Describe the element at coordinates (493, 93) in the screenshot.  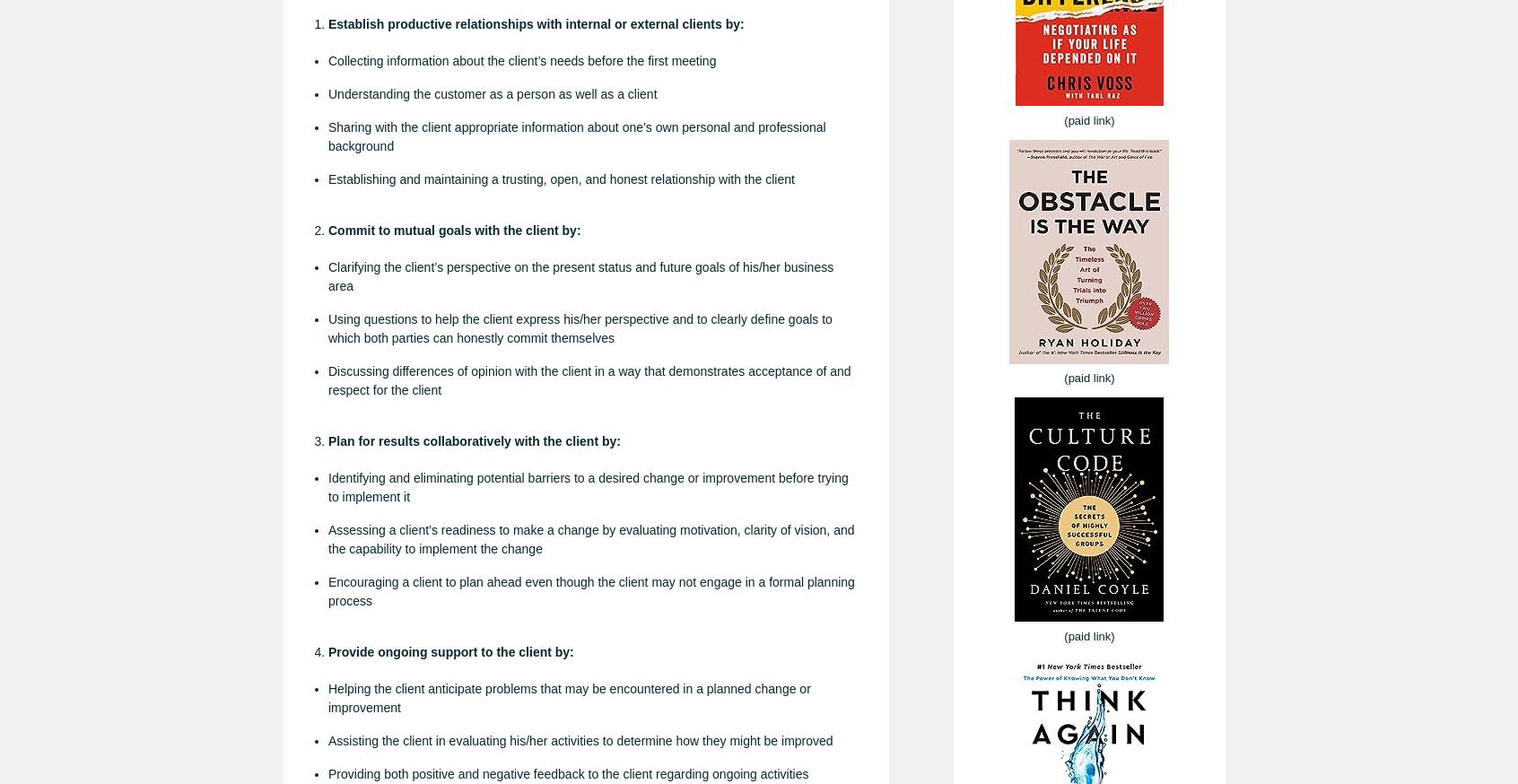
I see `'Understanding the customer as a person as well as a client'` at that location.